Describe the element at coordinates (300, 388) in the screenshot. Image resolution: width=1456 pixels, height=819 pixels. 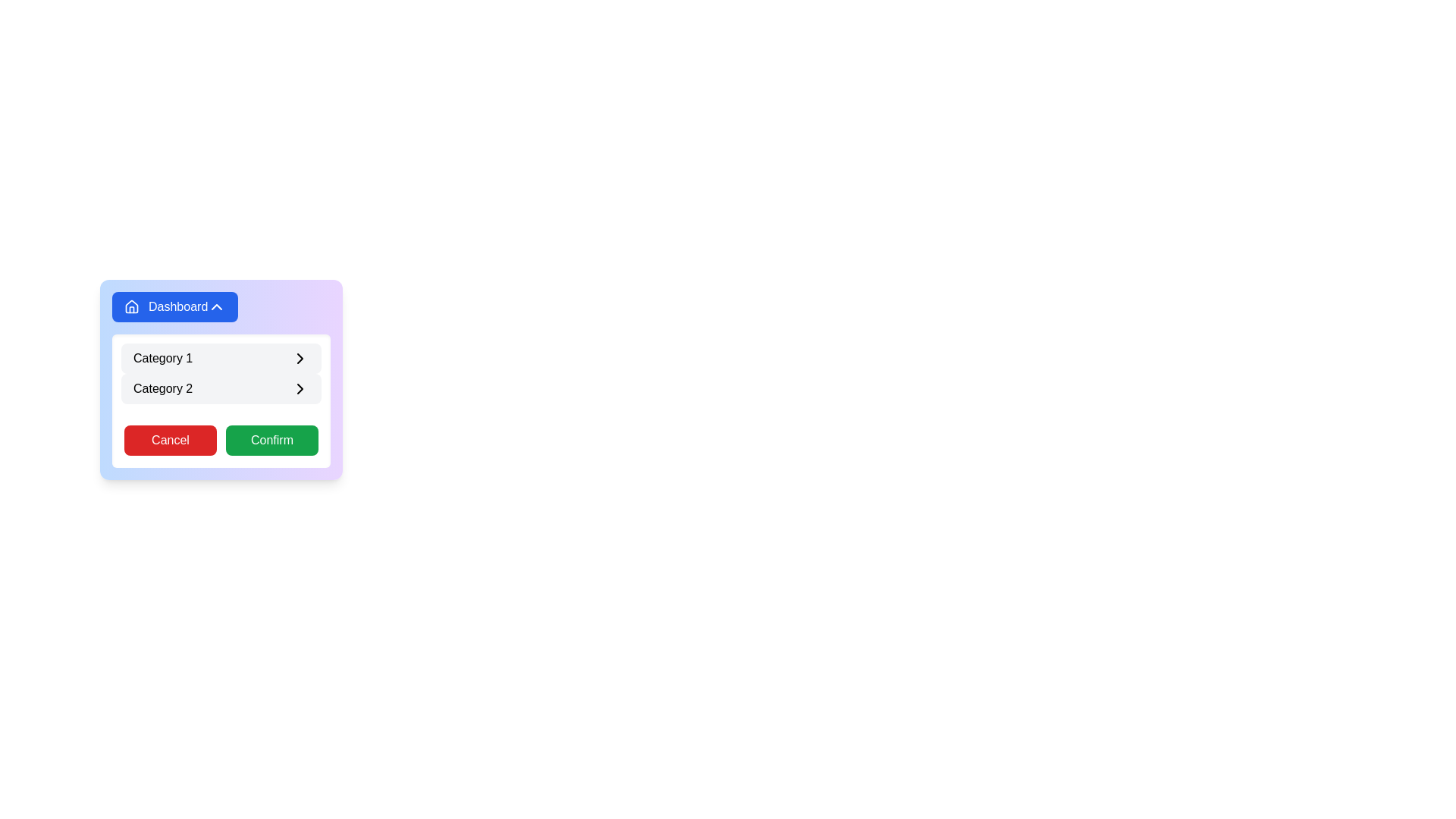
I see `the rightward-pointing chevron icon at the end of the row labeled 'Category 2'` at that location.